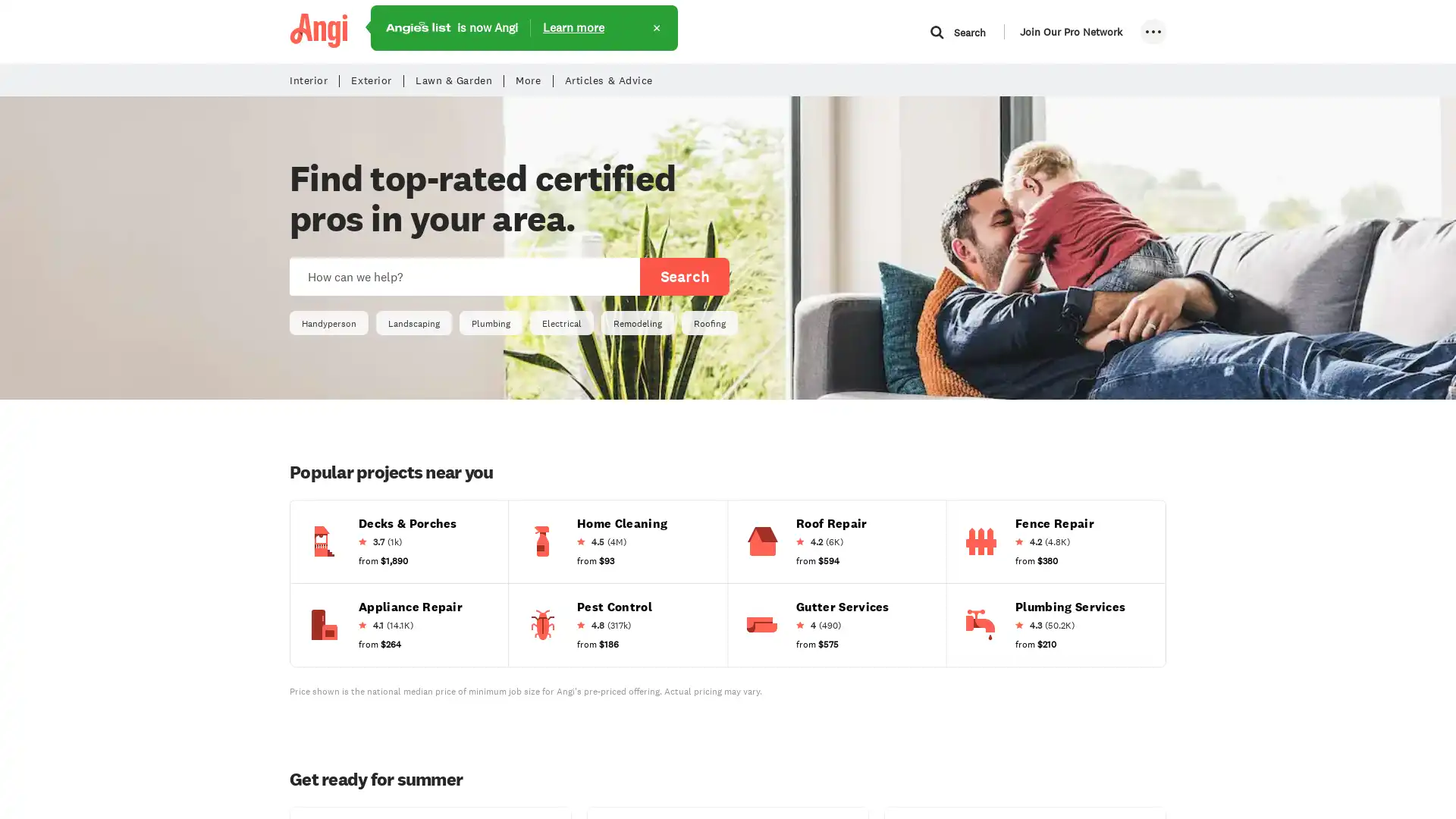 The width and height of the screenshot is (1456, 819). Describe the element at coordinates (830, 516) in the screenshot. I see `Submit a request for Roofing Installation & Roof Repair.` at that location.